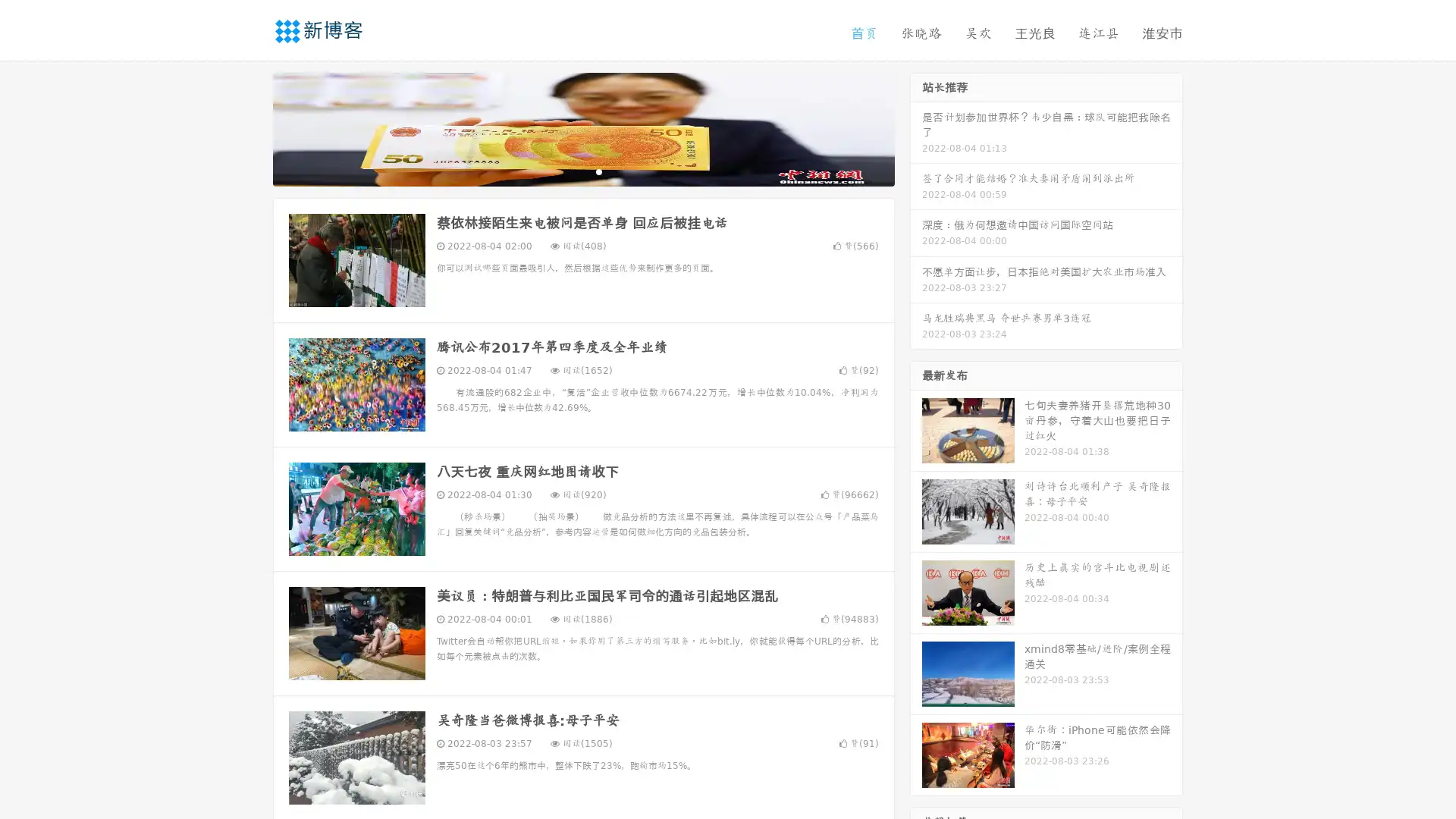  Describe the element at coordinates (916, 127) in the screenshot. I see `Next slide` at that location.